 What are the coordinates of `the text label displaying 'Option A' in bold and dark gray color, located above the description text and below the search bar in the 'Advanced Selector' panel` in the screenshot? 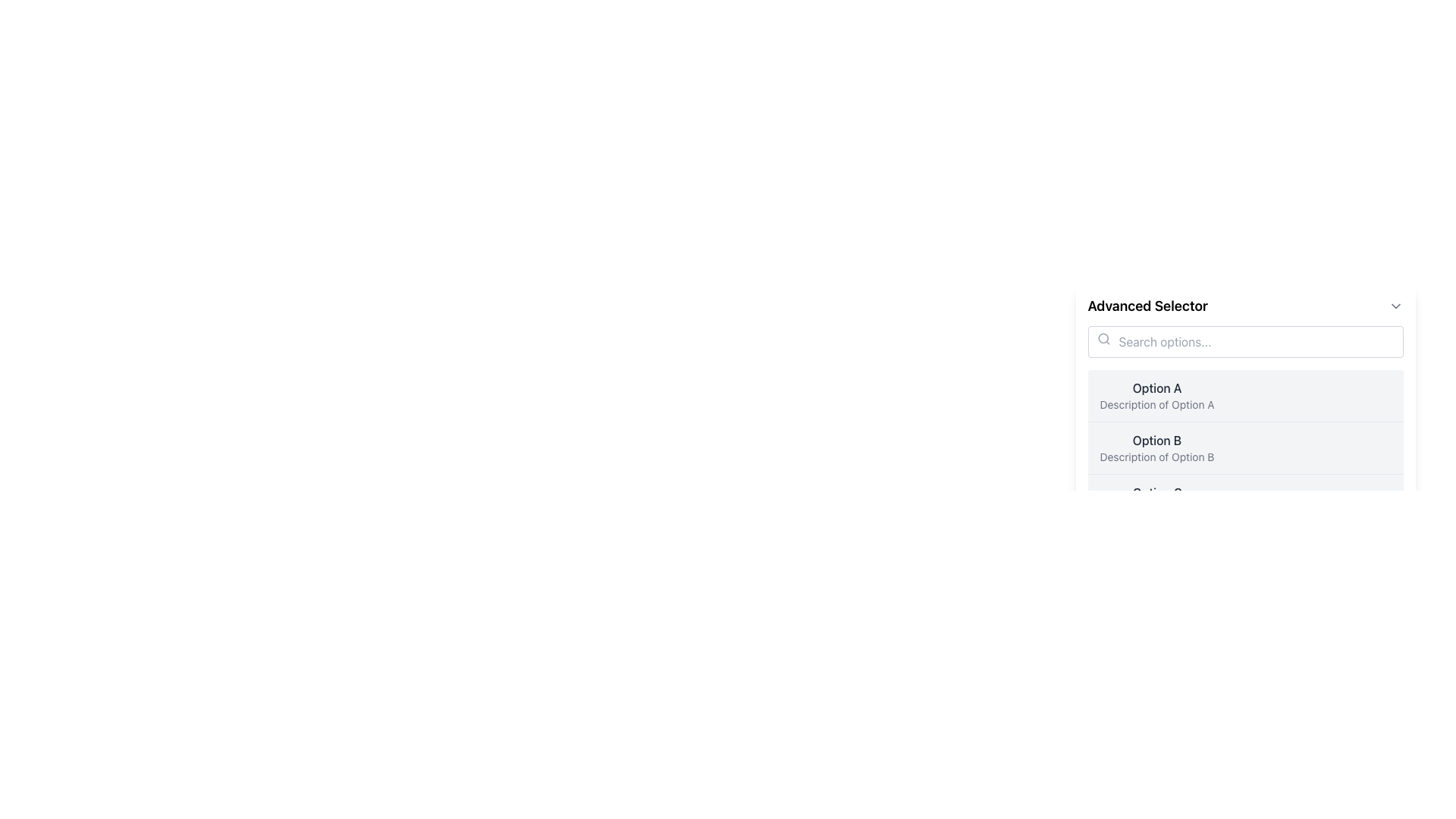 It's located at (1156, 388).